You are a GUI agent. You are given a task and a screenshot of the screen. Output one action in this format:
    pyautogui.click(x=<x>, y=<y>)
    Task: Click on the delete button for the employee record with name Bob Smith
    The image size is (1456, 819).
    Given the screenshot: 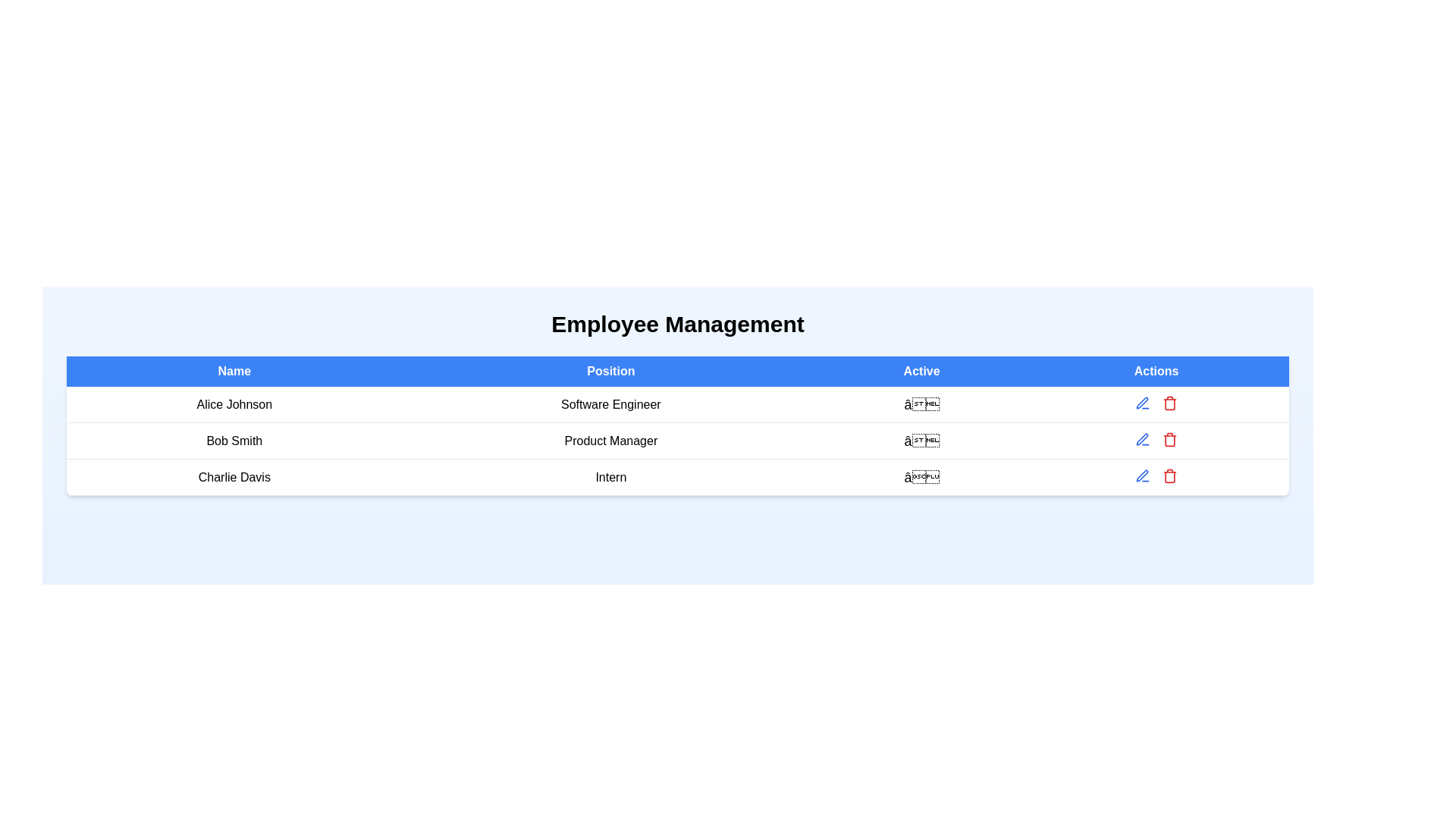 What is the action you would take?
    pyautogui.click(x=1169, y=439)
    